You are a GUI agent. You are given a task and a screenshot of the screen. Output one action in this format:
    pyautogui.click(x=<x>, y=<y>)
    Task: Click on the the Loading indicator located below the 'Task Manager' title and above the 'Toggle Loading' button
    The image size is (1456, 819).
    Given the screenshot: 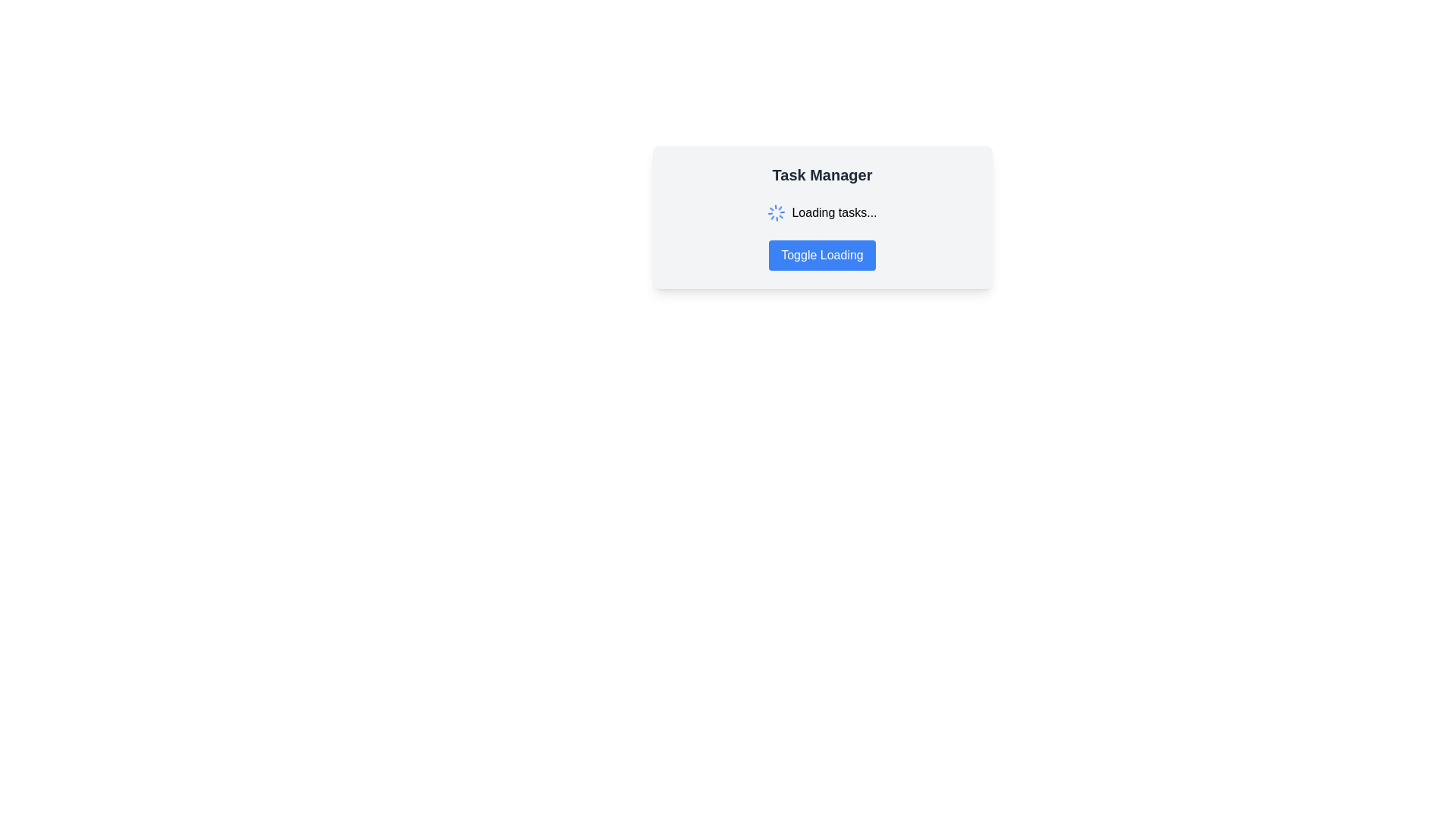 What is the action you would take?
    pyautogui.click(x=821, y=213)
    